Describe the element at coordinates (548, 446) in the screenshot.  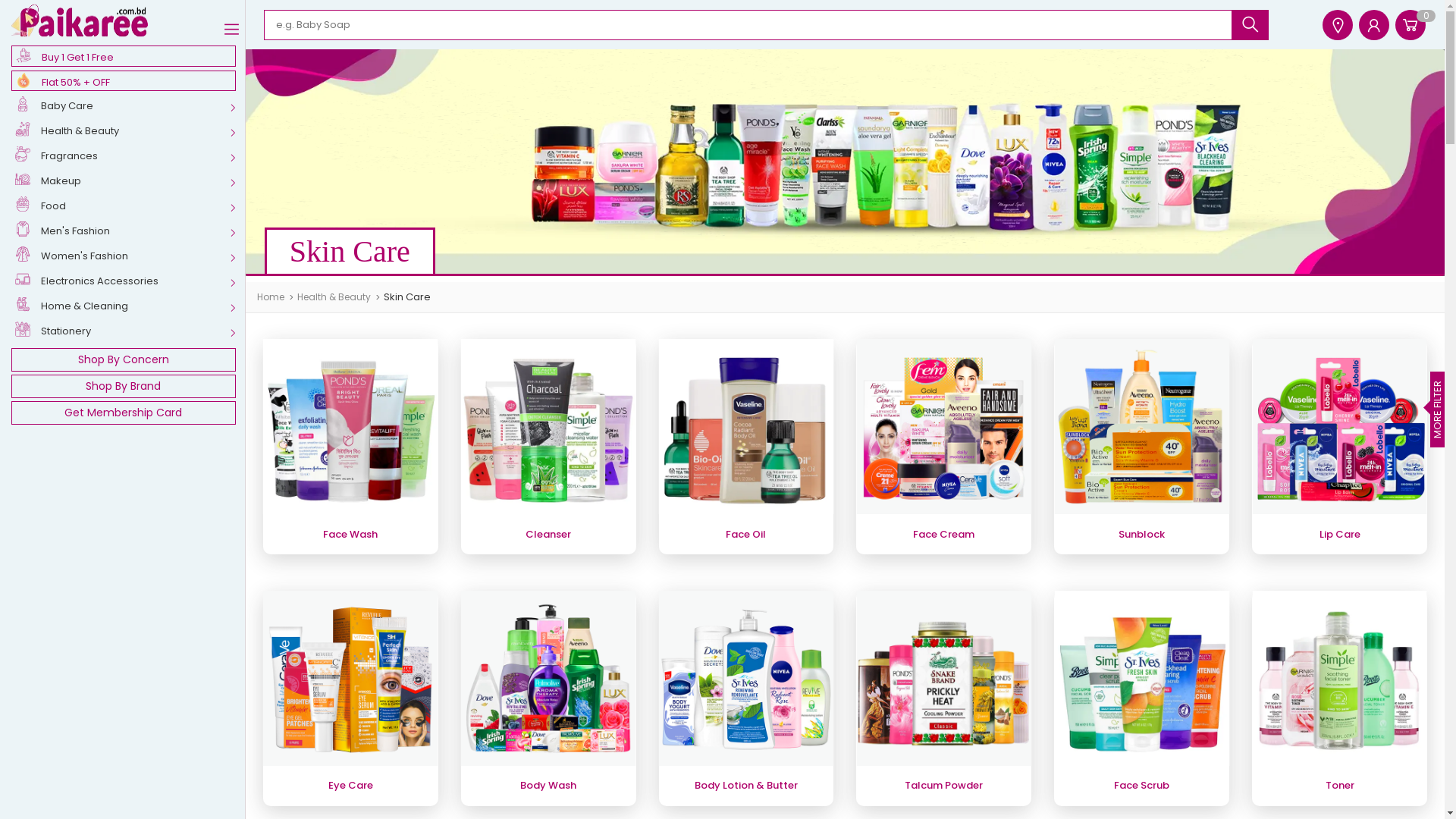
I see `'Cleanser'` at that location.